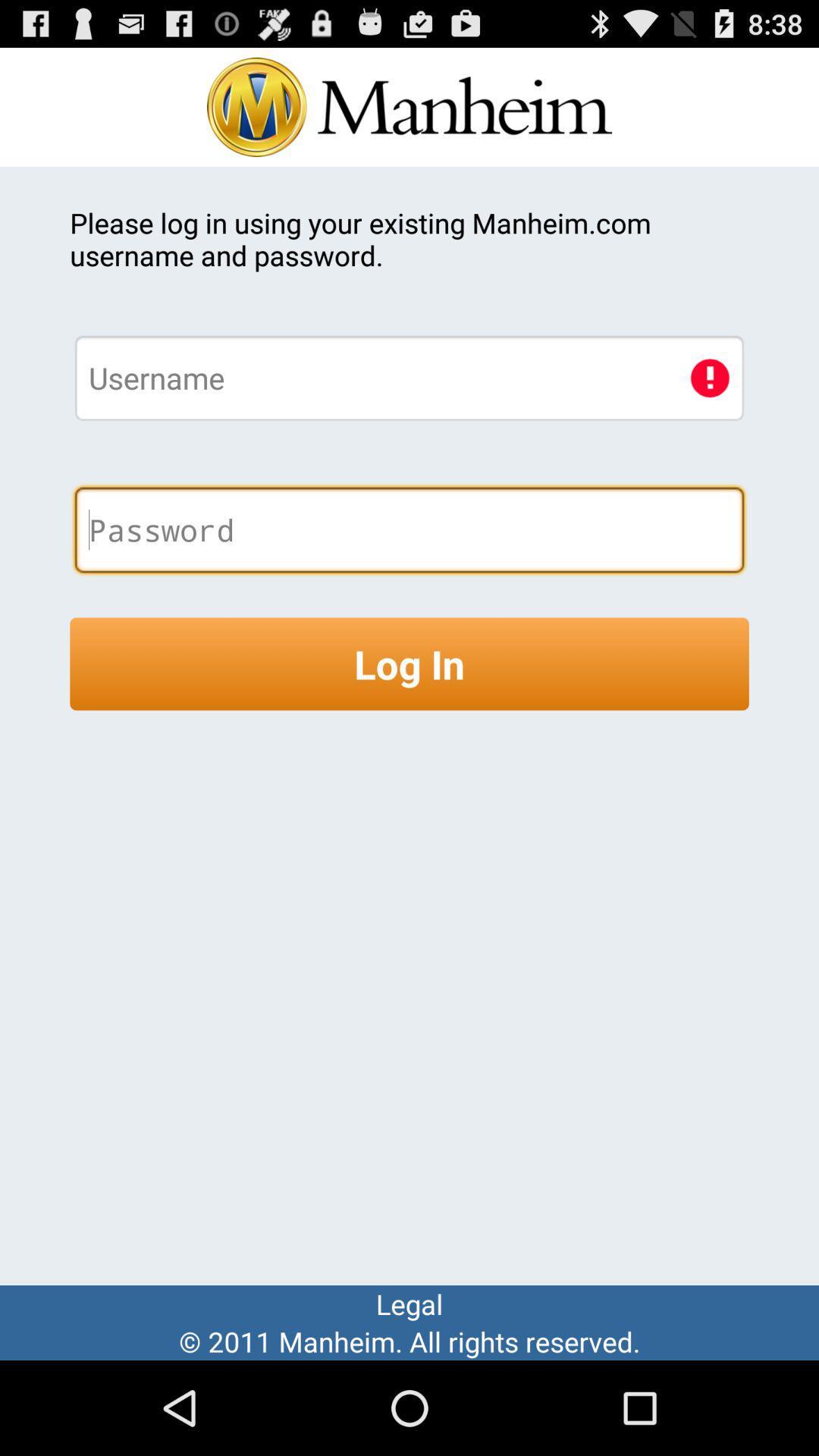 The height and width of the screenshot is (1456, 819). Describe the element at coordinates (409, 1303) in the screenshot. I see `the icon below log in item` at that location.